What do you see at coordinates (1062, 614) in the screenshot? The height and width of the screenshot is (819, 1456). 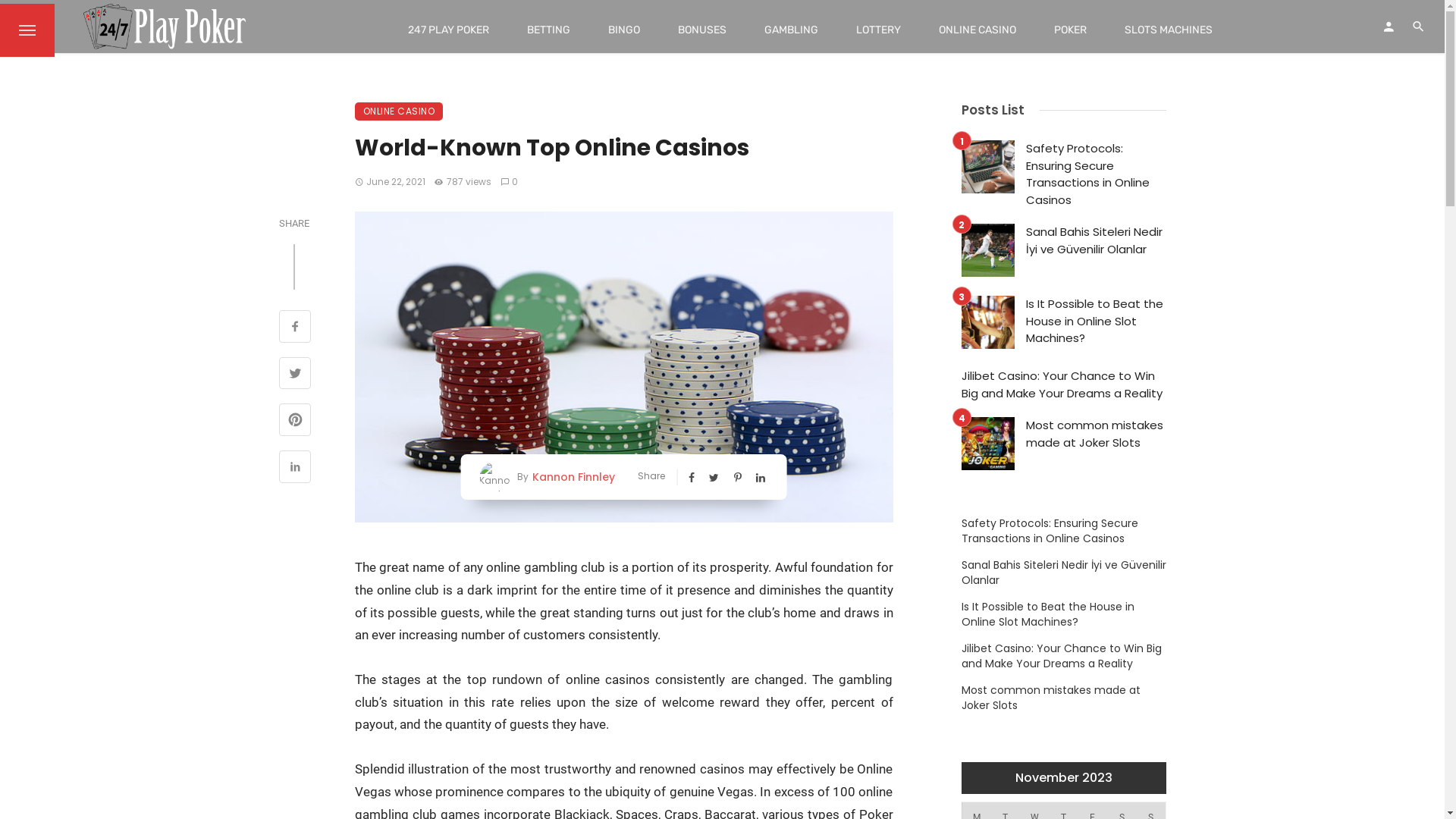 I see `'Is It Possible to Beat the House in Online Slot Machines?'` at bounding box center [1062, 614].